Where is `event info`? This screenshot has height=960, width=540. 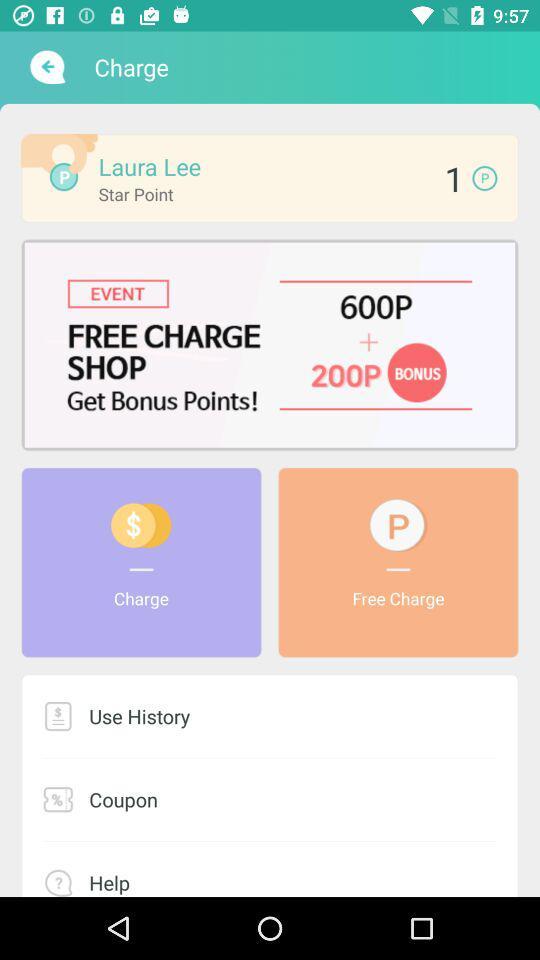
event info is located at coordinates (270, 345).